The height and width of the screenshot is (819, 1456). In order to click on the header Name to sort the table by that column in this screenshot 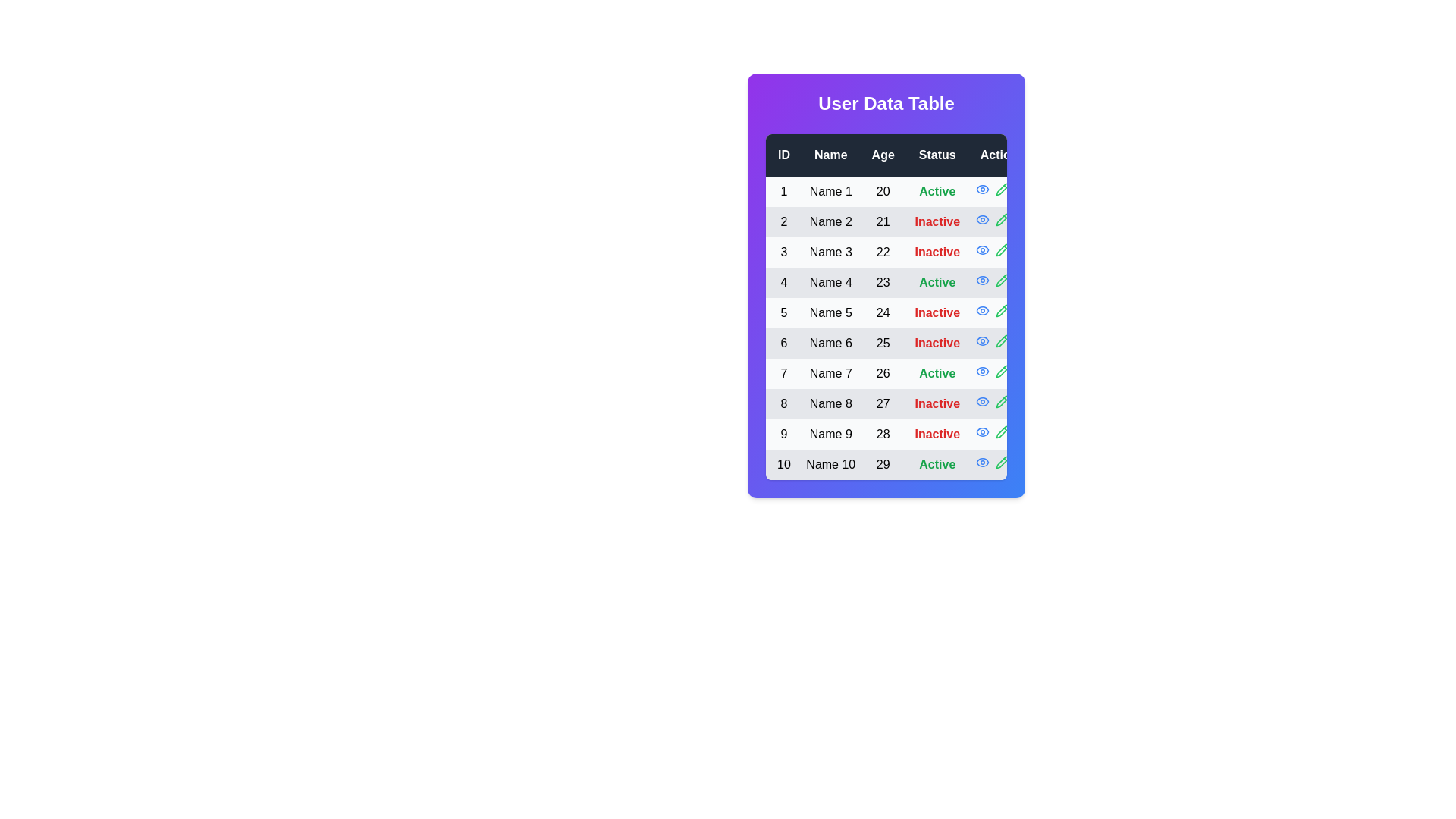, I will do `click(829, 155)`.